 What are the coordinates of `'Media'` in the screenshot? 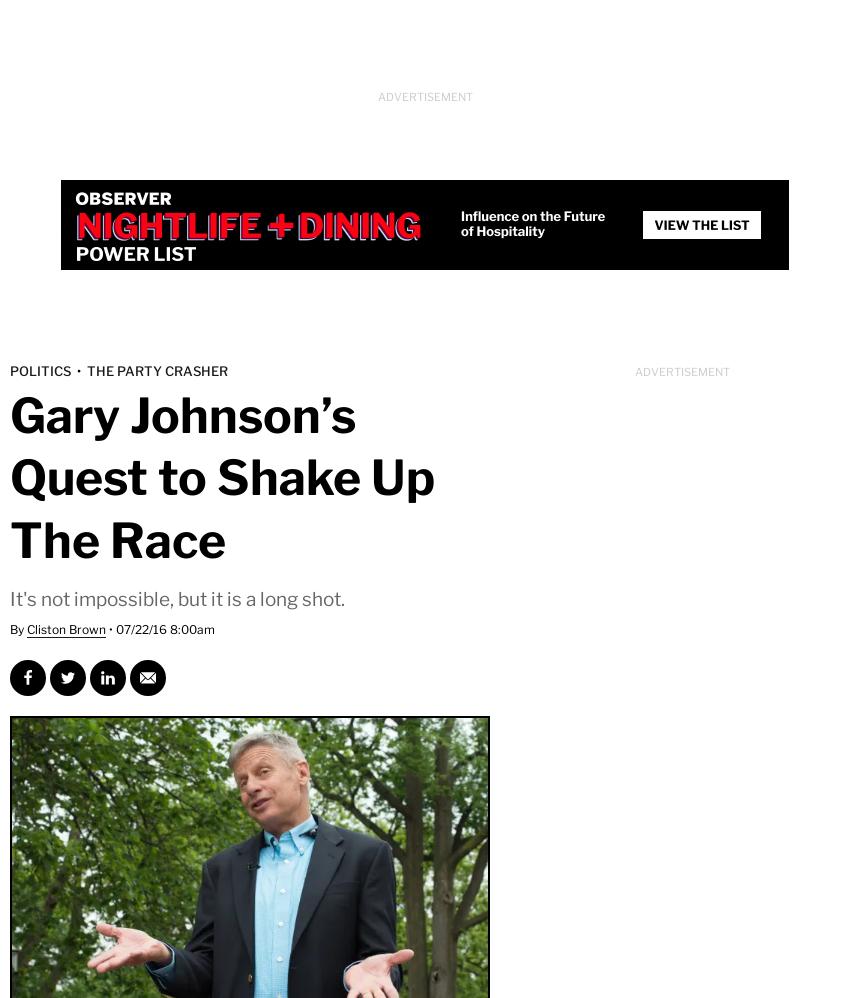 It's located at (384, 185).